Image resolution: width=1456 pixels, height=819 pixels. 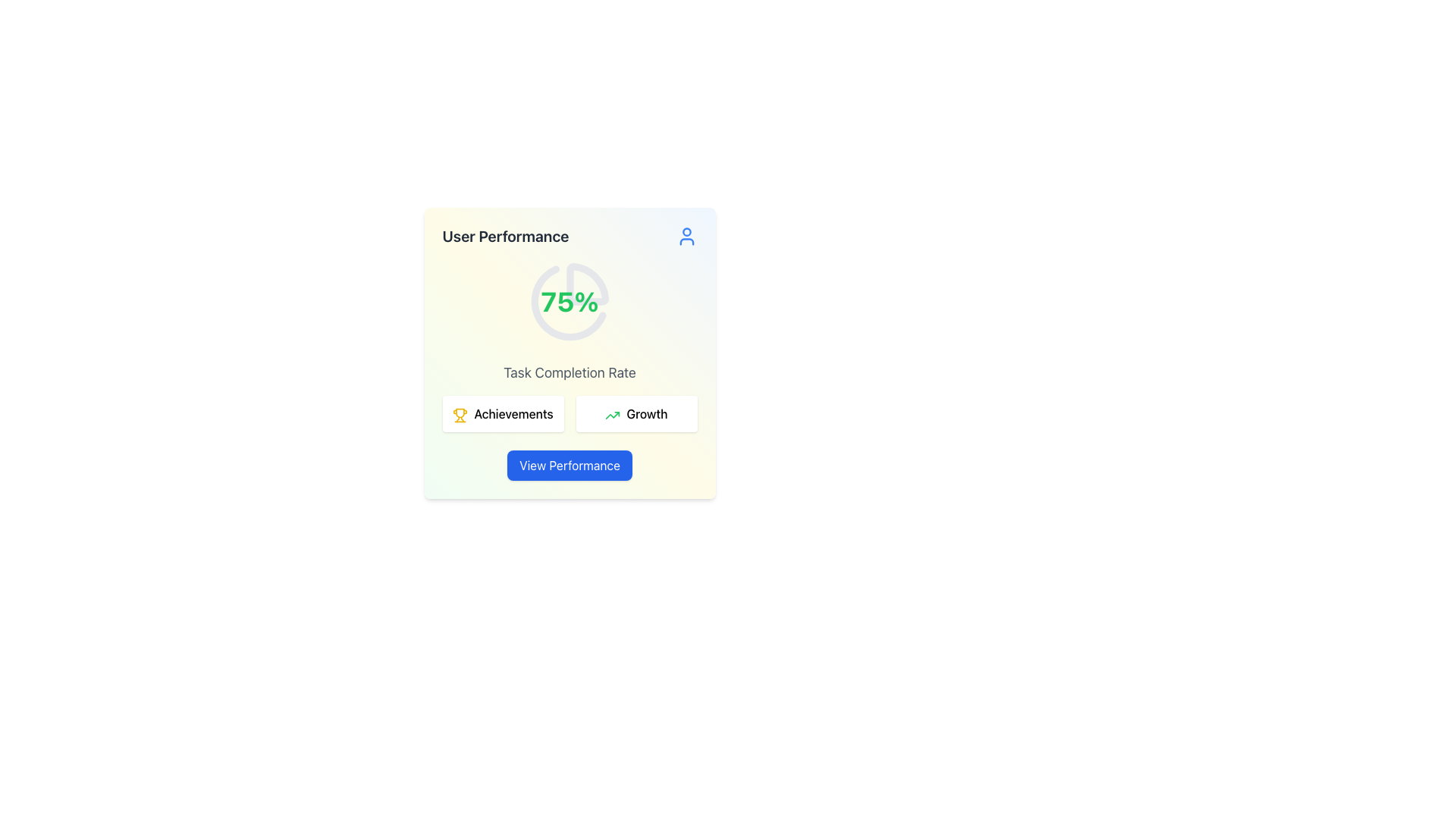 I want to click on text label that describes the associated icon for growth metrics, located to the right of the upward graph icon, so click(x=647, y=414).